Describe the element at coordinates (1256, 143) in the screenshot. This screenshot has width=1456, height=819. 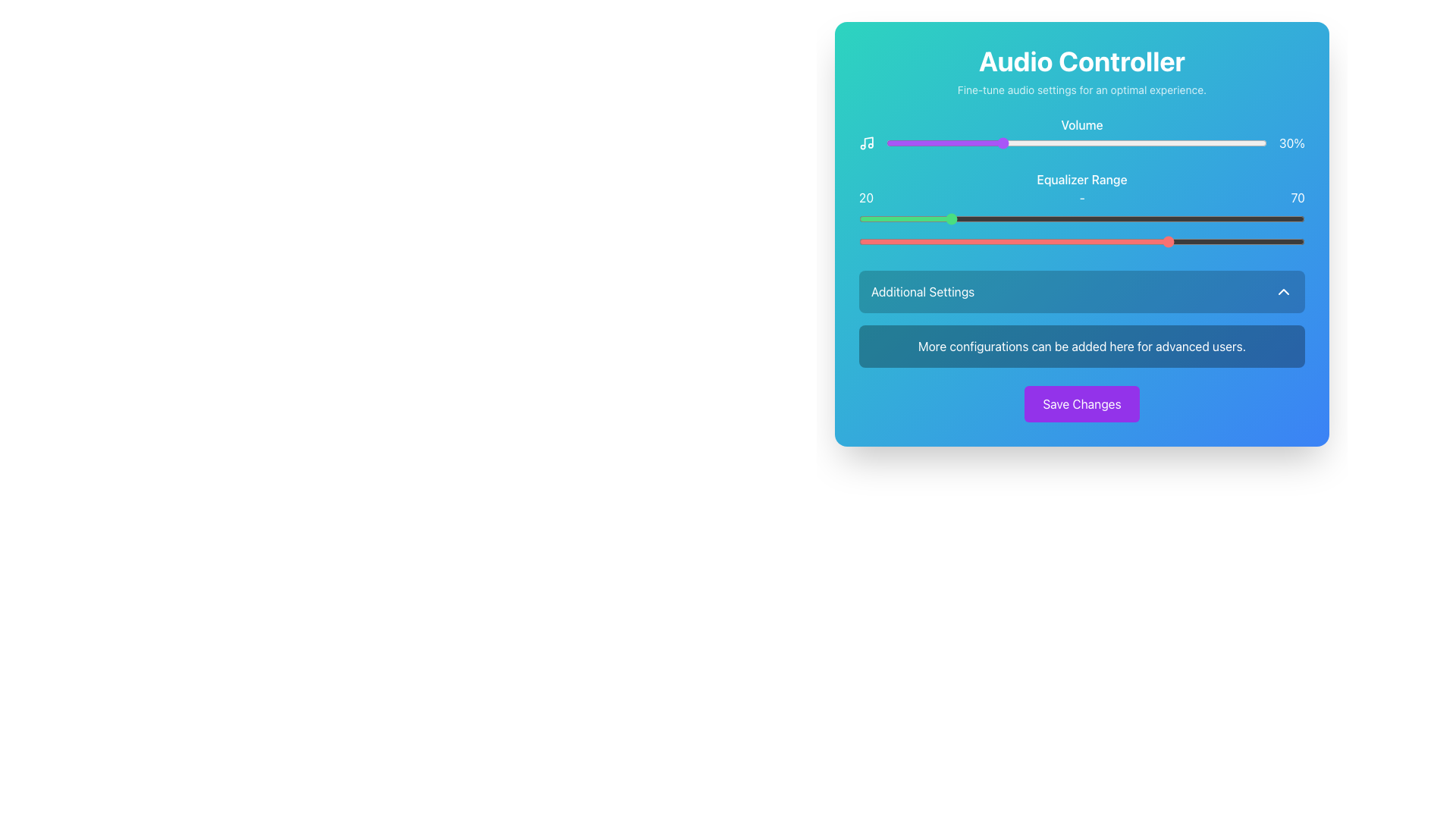
I see `the volume slider` at that location.